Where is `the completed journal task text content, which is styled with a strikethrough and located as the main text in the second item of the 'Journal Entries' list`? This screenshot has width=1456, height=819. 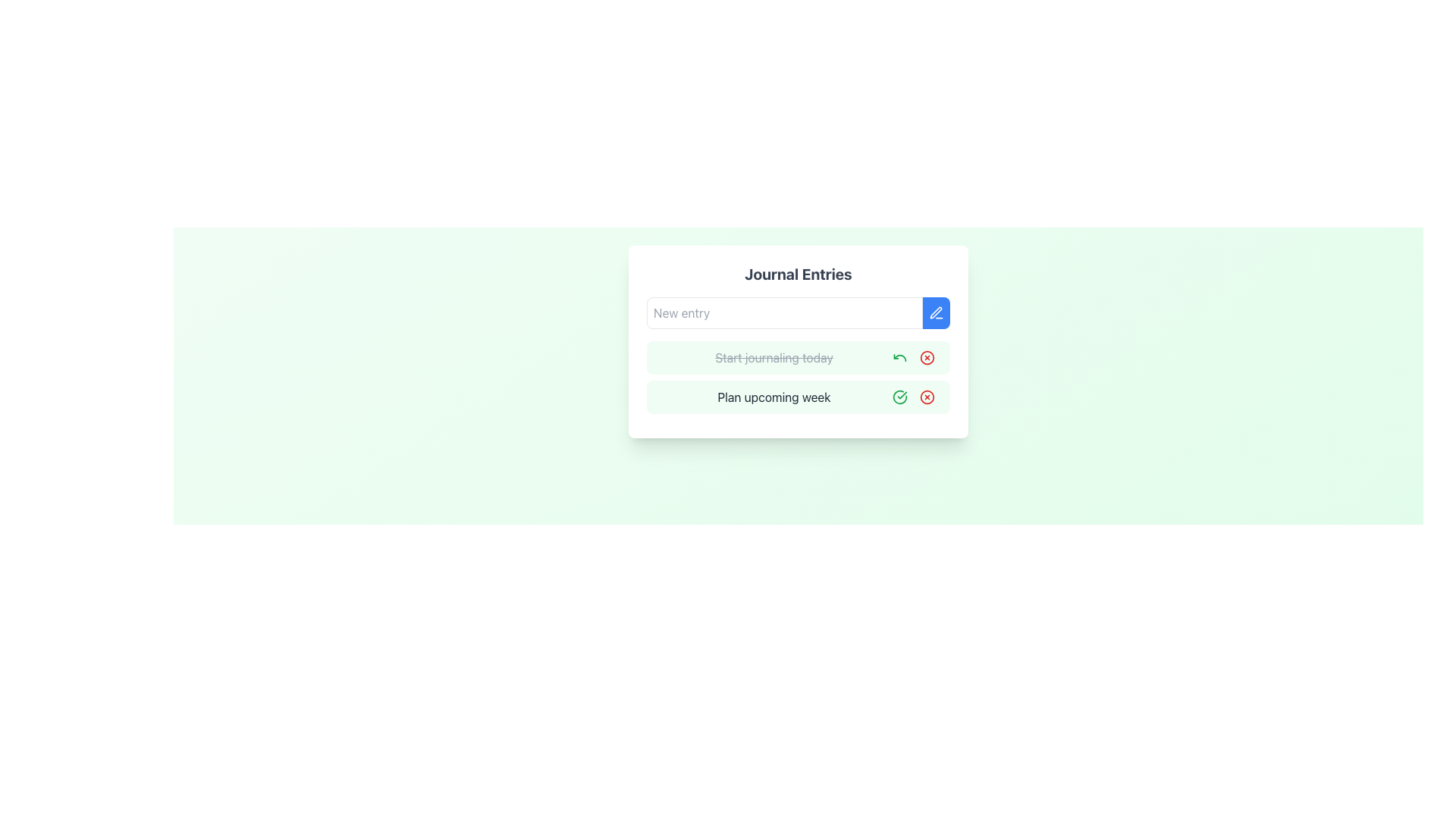 the completed journal task text content, which is styled with a strikethrough and located as the main text in the second item of the 'Journal Entries' list is located at coordinates (774, 357).